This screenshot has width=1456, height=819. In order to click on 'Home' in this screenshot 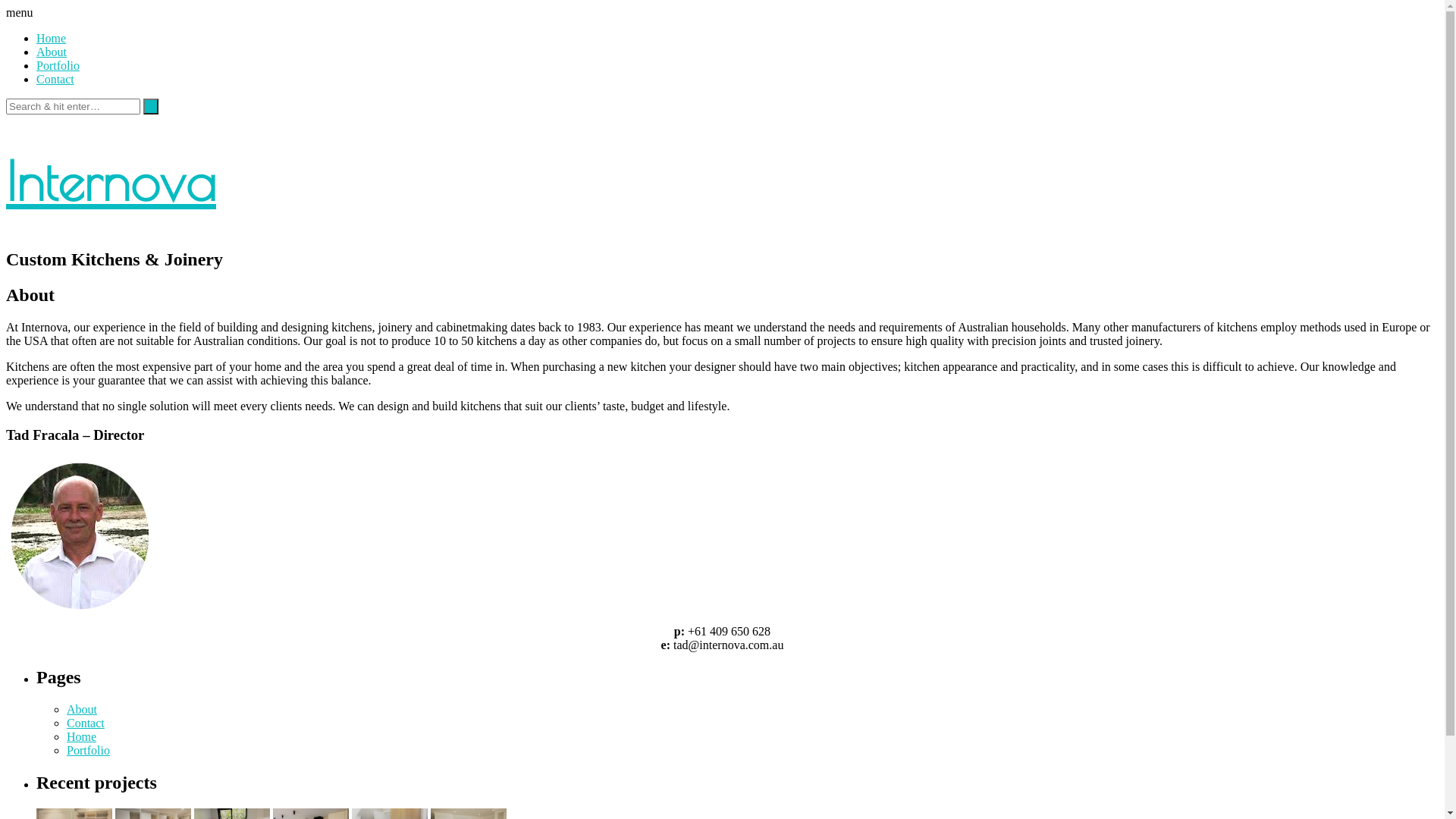, I will do `click(51, 37)`.